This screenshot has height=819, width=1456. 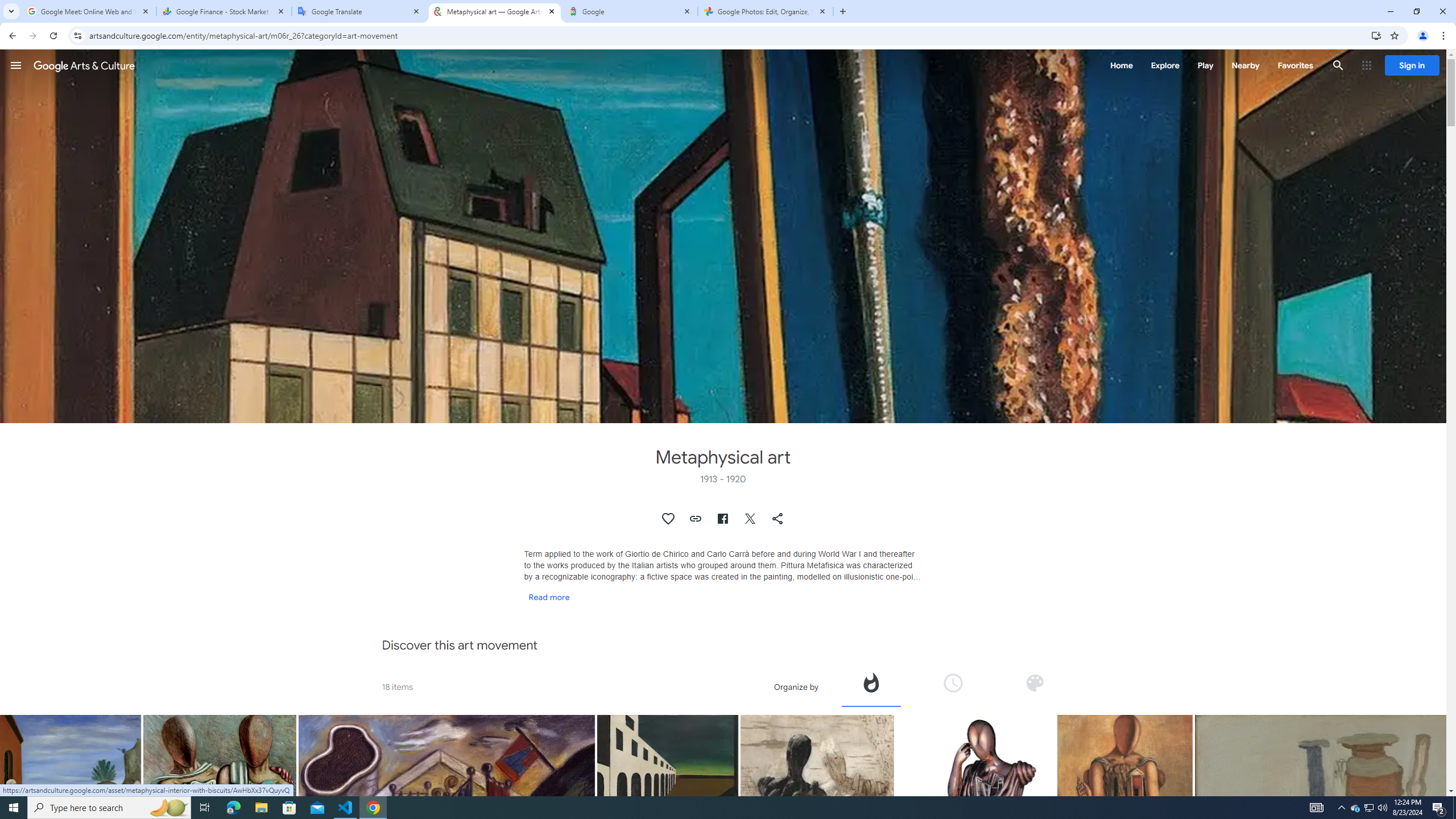 What do you see at coordinates (1376, 35) in the screenshot?
I see `'Install Google Arts & Culture'` at bounding box center [1376, 35].